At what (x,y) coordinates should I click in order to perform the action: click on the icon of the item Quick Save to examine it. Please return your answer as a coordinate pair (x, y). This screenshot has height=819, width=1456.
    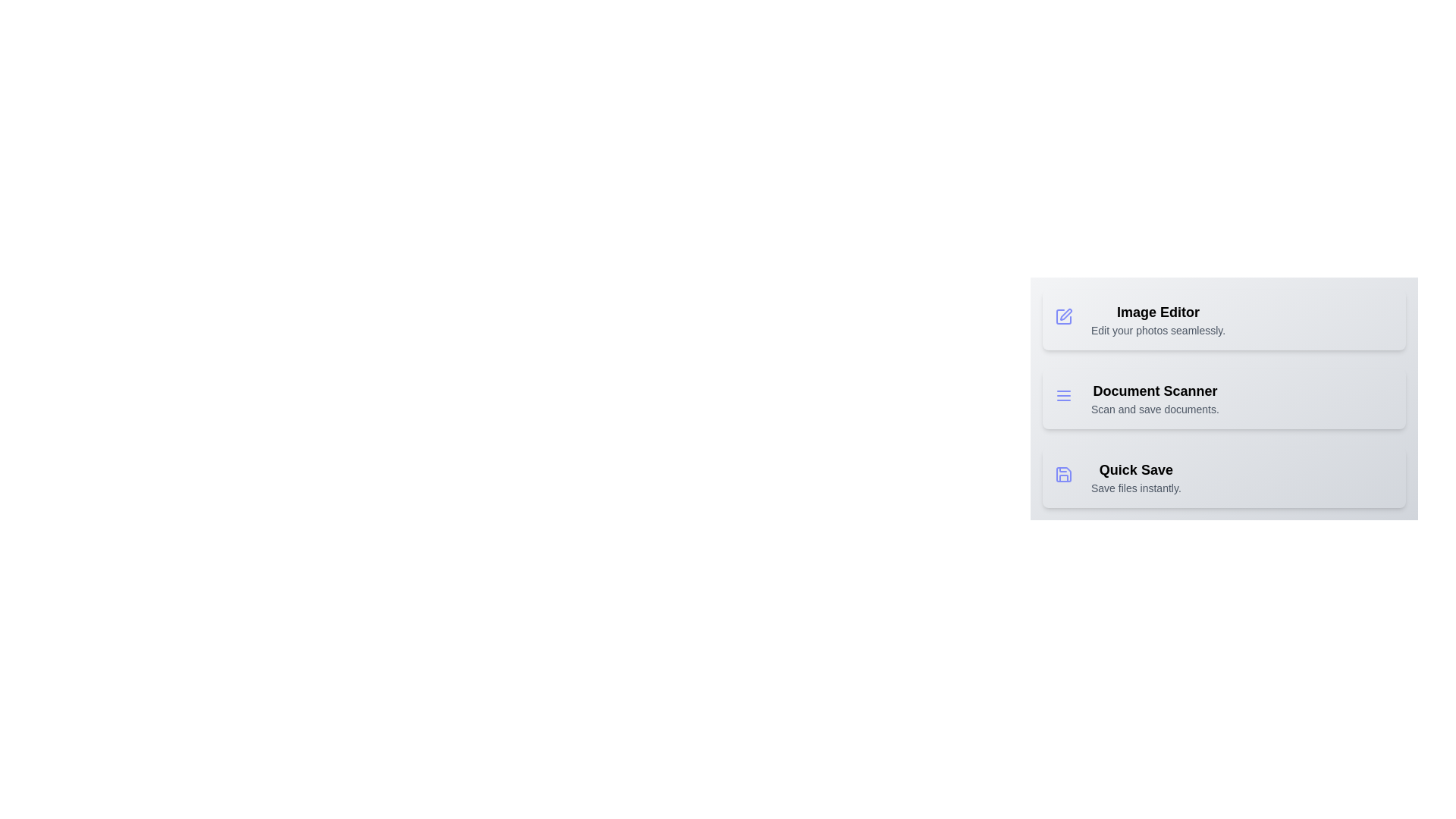
    Looking at the image, I should click on (1065, 476).